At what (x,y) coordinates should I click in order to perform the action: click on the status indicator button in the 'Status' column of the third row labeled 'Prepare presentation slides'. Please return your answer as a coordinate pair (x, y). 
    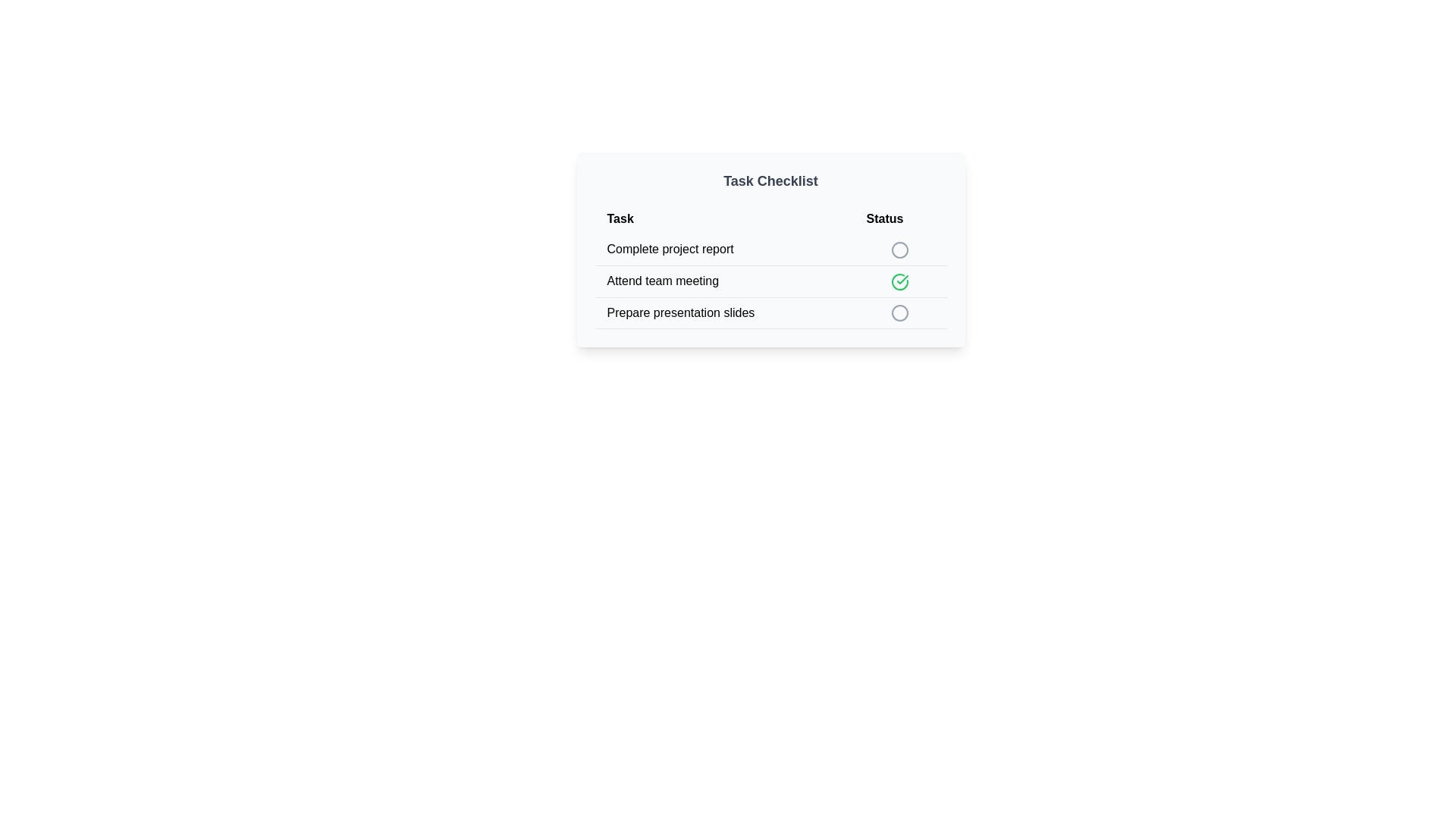
    Looking at the image, I should click on (900, 312).